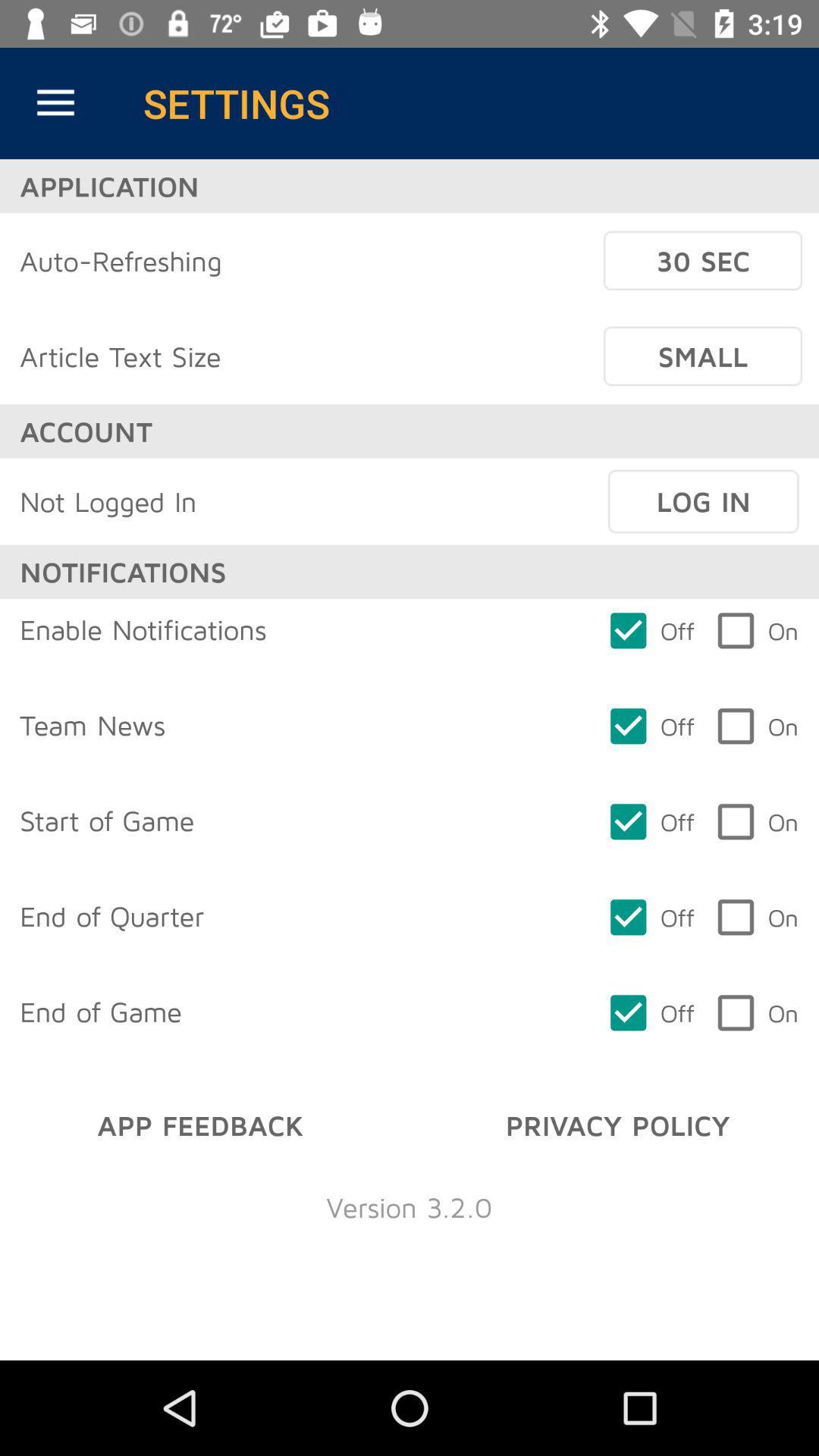 Image resolution: width=819 pixels, height=1456 pixels. What do you see at coordinates (55, 102) in the screenshot?
I see `item to the left of settings icon` at bounding box center [55, 102].